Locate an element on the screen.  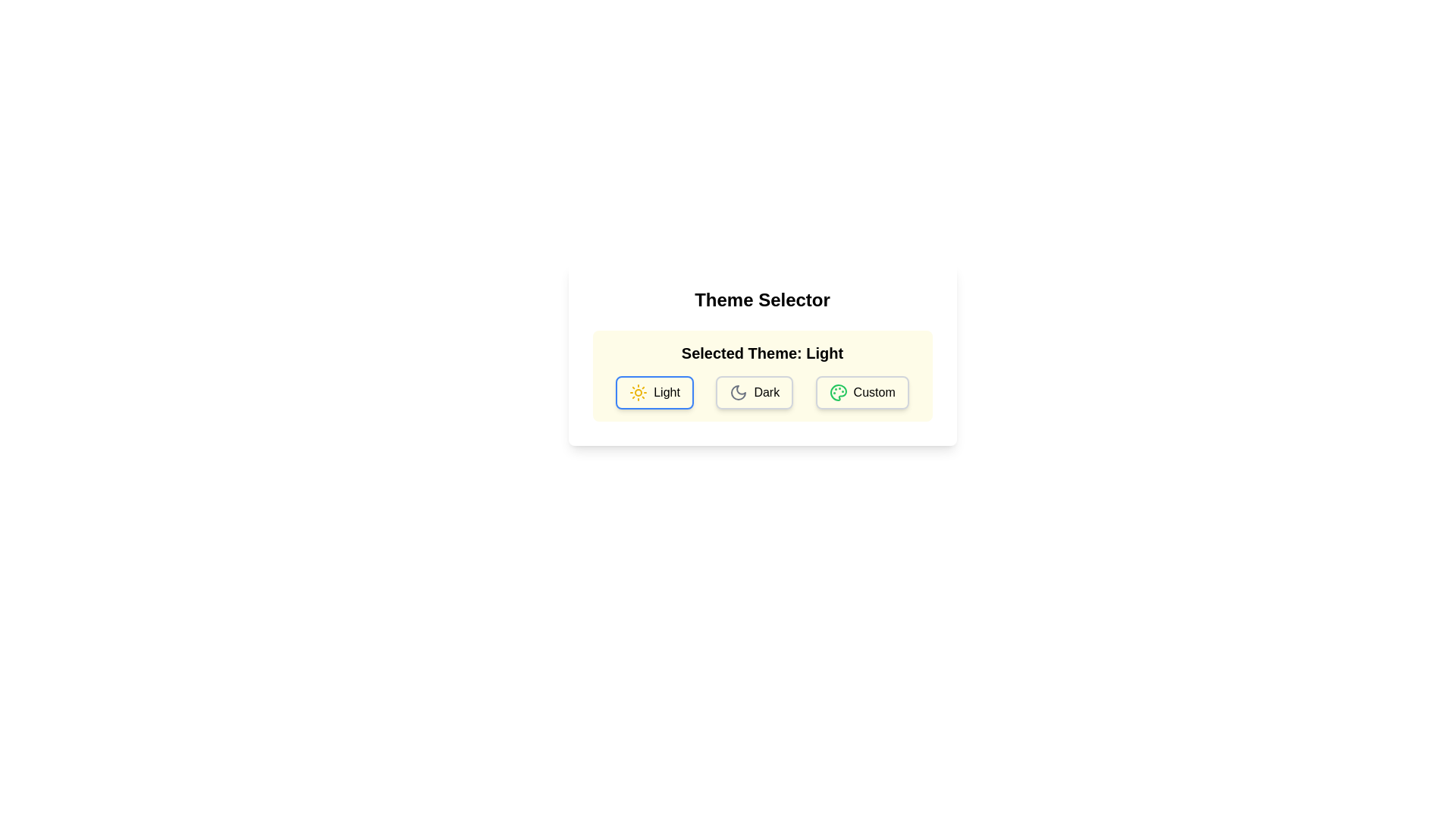
the crescent moon icon, which is located on the left side of the 'Dark' button in the theme options section is located at coordinates (739, 391).